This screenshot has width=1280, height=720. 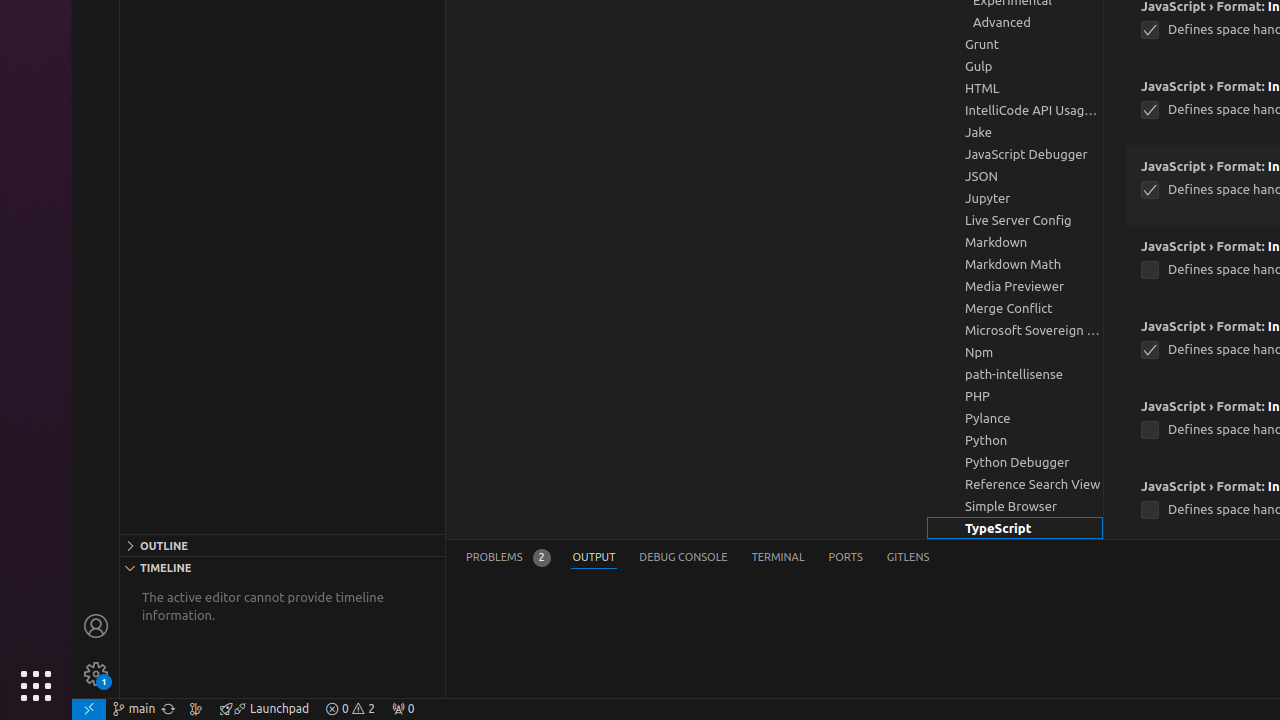 What do you see at coordinates (1015, 65) in the screenshot?
I see `'Gulp, group'` at bounding box center [1015, 65].